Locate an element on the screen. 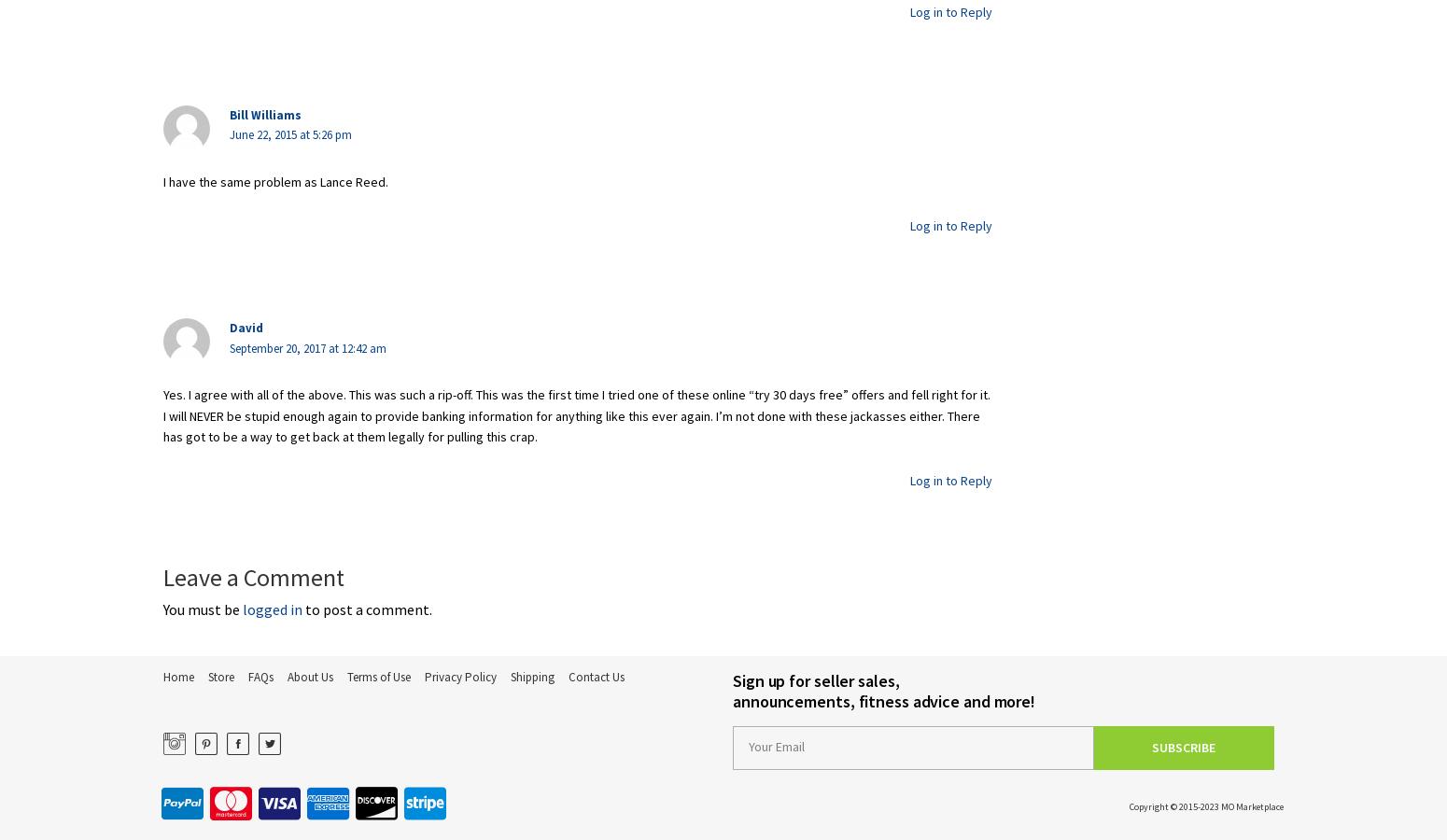  'David' is located at coordinates (246, 328).